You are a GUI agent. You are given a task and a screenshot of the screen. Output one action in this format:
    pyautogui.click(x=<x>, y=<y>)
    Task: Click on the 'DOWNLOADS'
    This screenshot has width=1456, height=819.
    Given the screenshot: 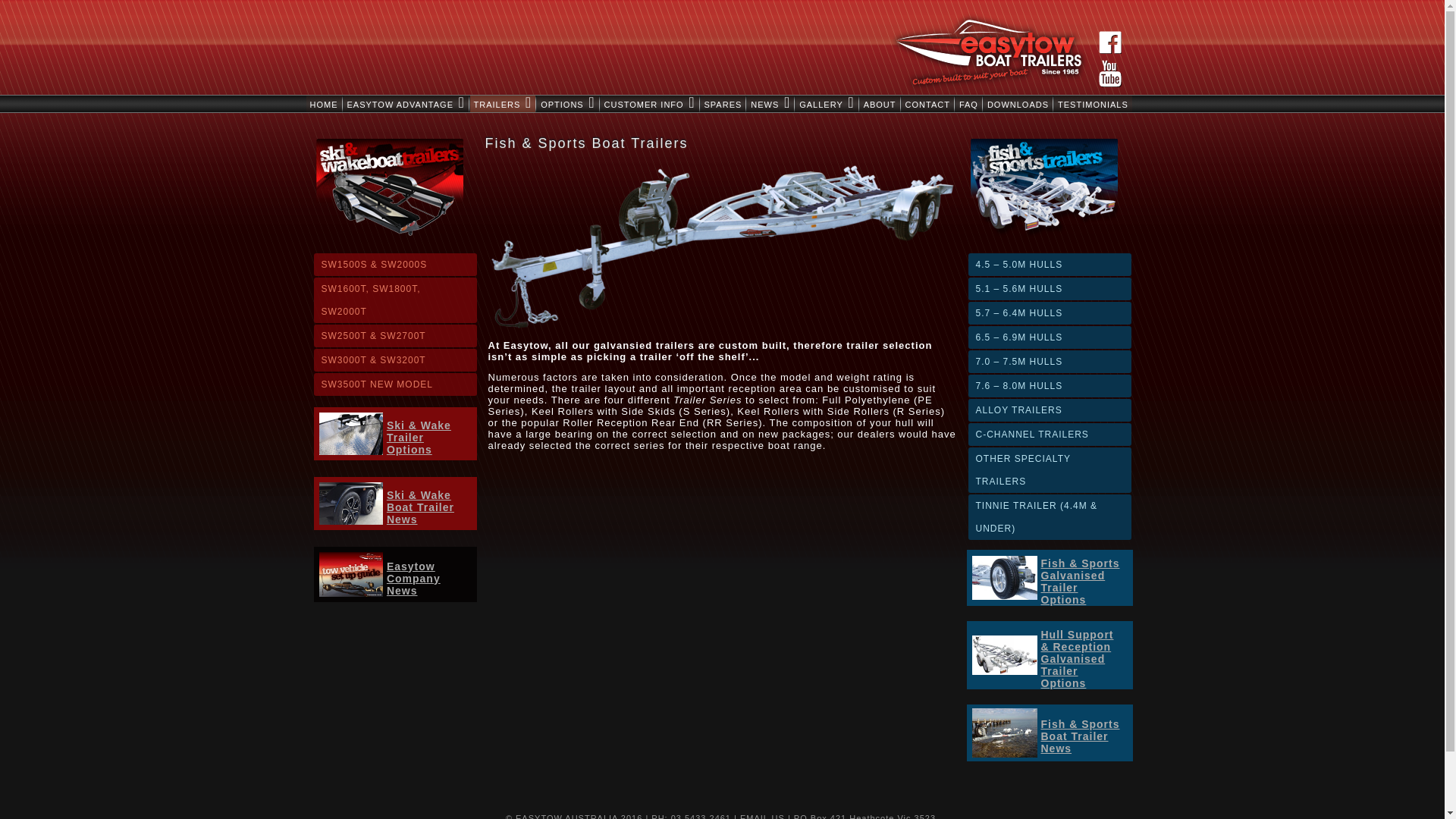 What is the action you would take?
    pyautogui.click(x=983, y=103)
    